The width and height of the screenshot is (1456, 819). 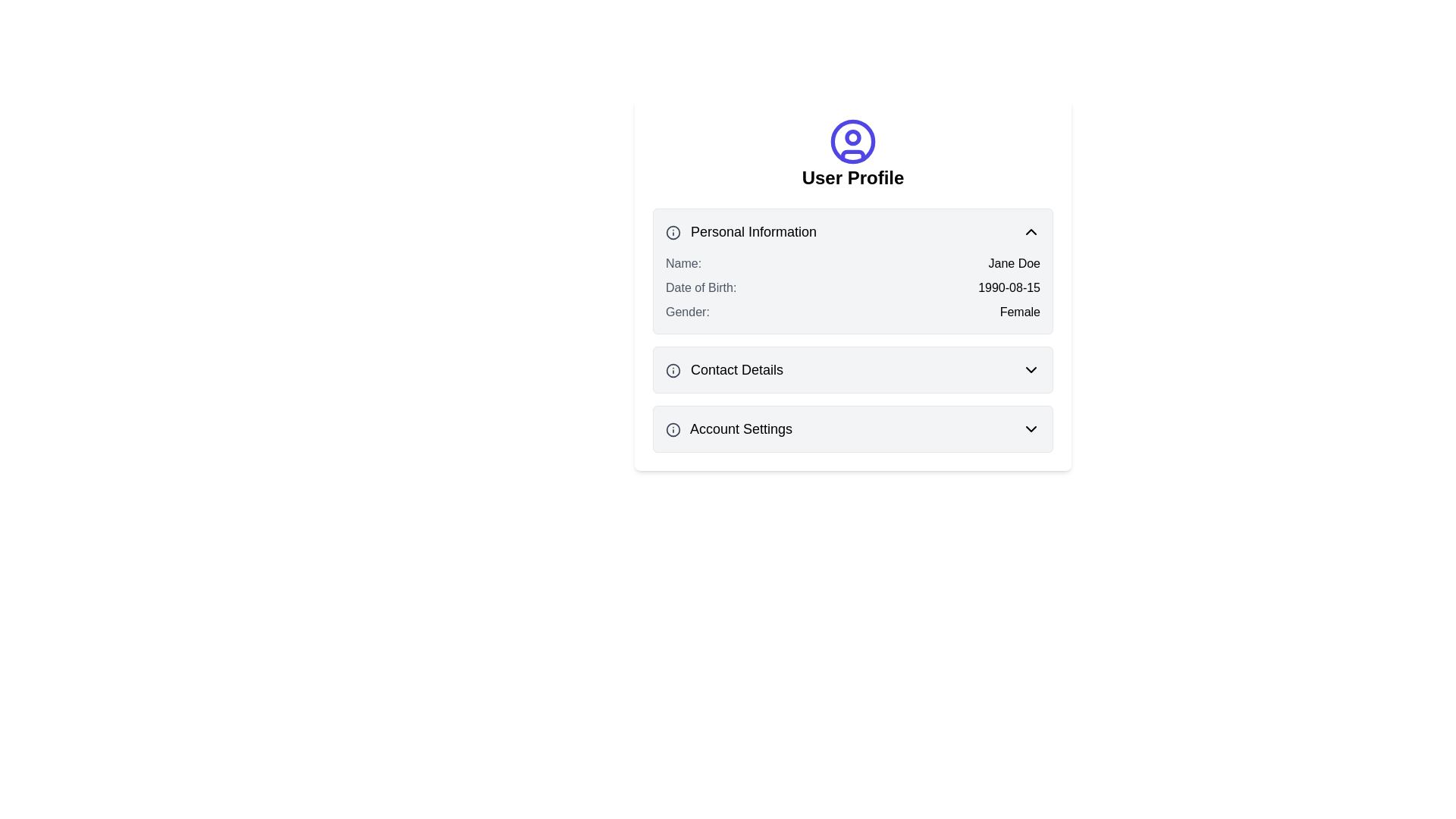 I want to click on the chevron icon located at the rightmost position of the 'Contact Details' header section, so click(x=1031, y=370).